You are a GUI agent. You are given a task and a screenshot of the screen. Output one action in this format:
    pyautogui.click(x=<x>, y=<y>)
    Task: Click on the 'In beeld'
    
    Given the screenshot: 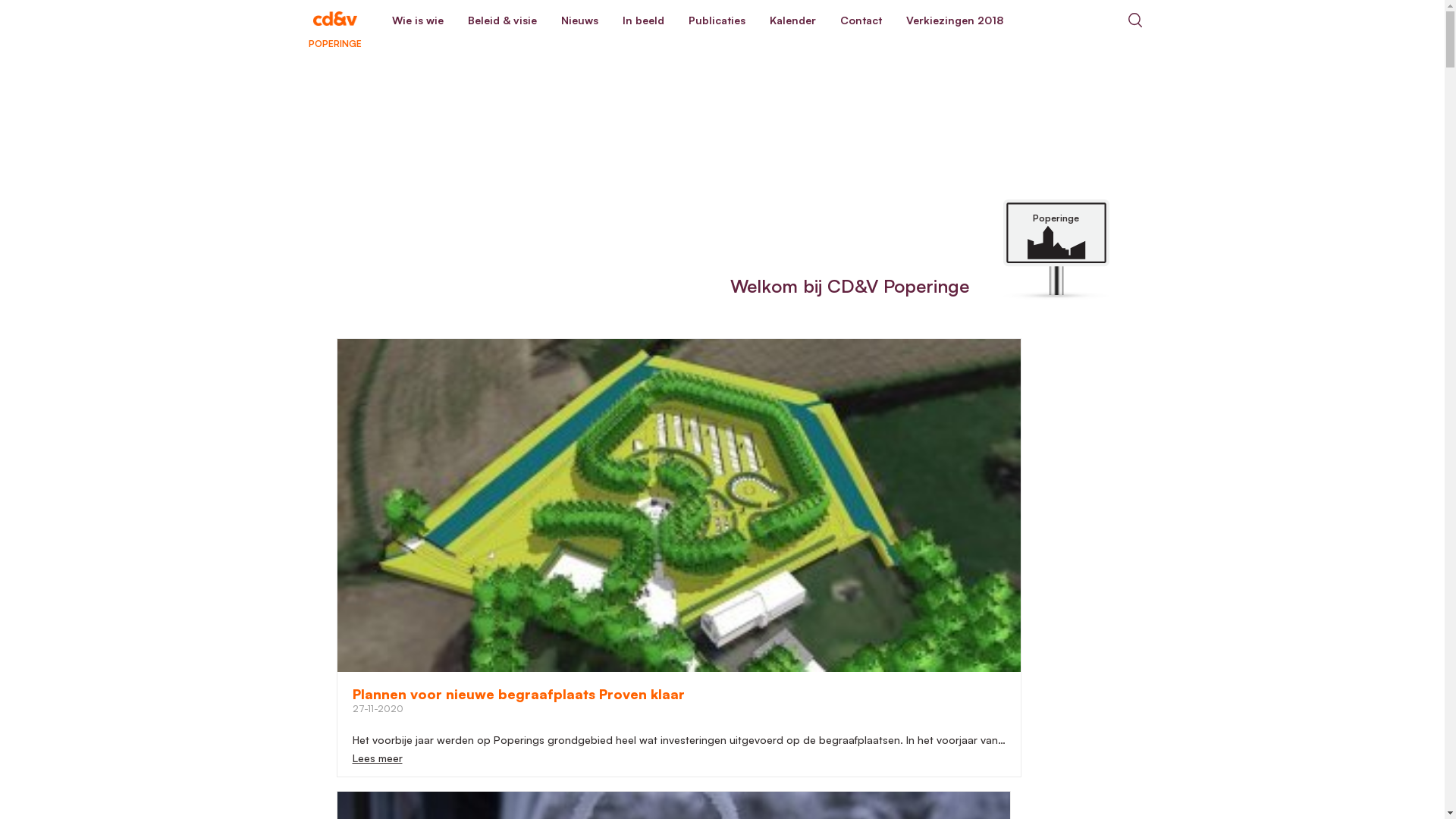 What is the action you would take?
    pyautogui.click(x=610, y=20)
    